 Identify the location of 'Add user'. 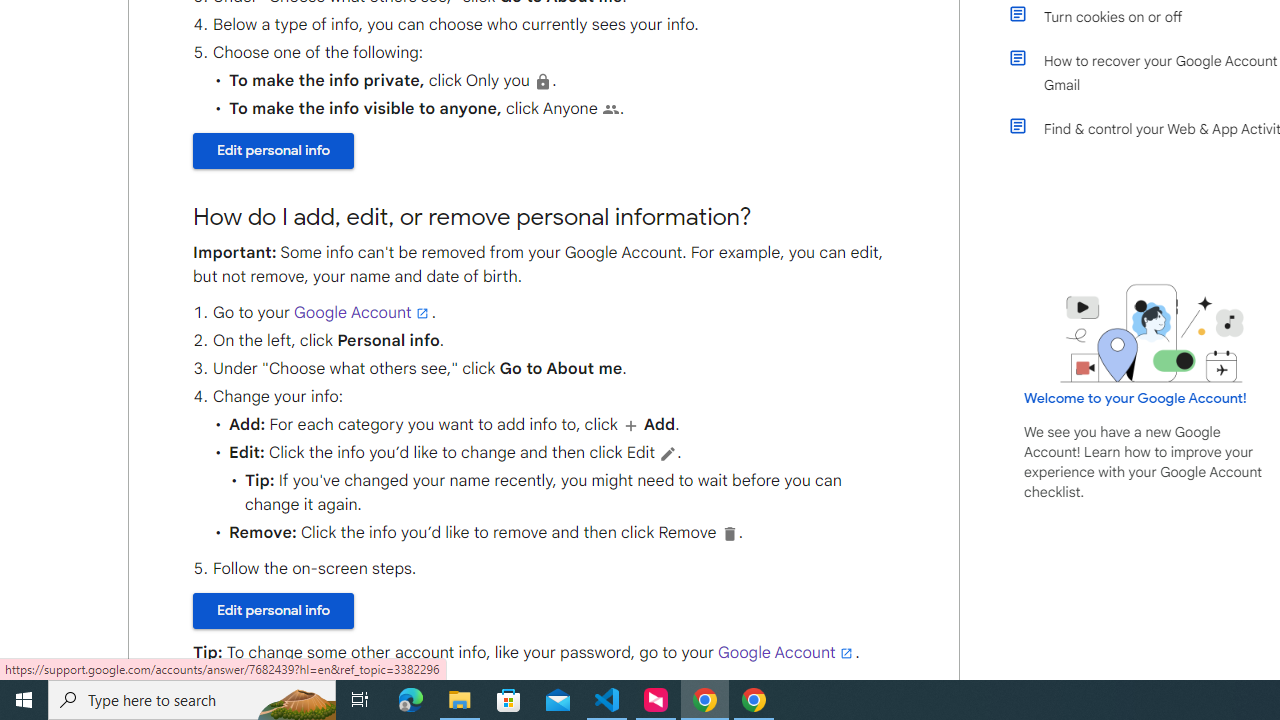
(630, 424).